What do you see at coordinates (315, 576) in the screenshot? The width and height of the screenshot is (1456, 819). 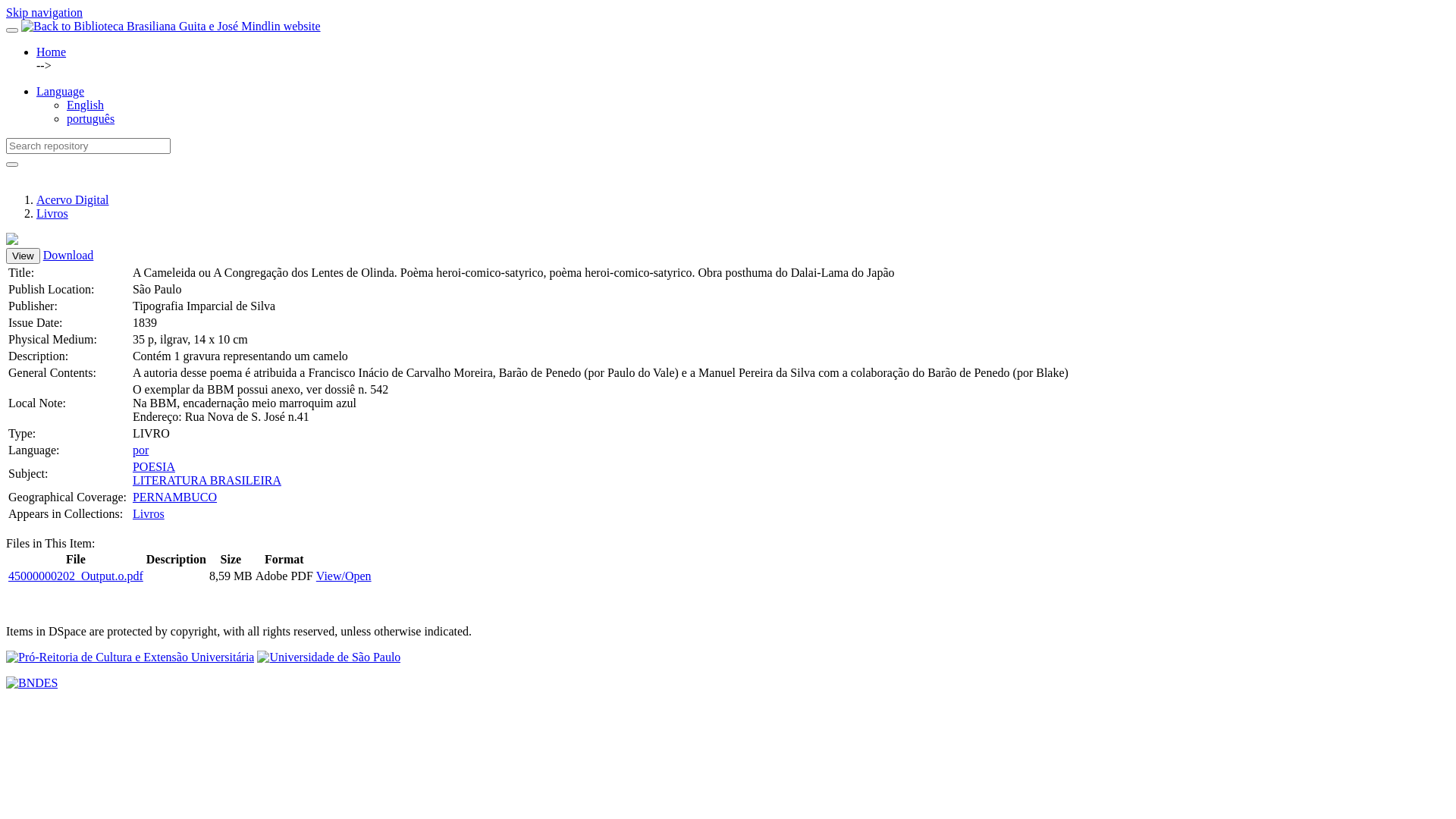 I see `'View/Open'` at bounding box center [315, 576].